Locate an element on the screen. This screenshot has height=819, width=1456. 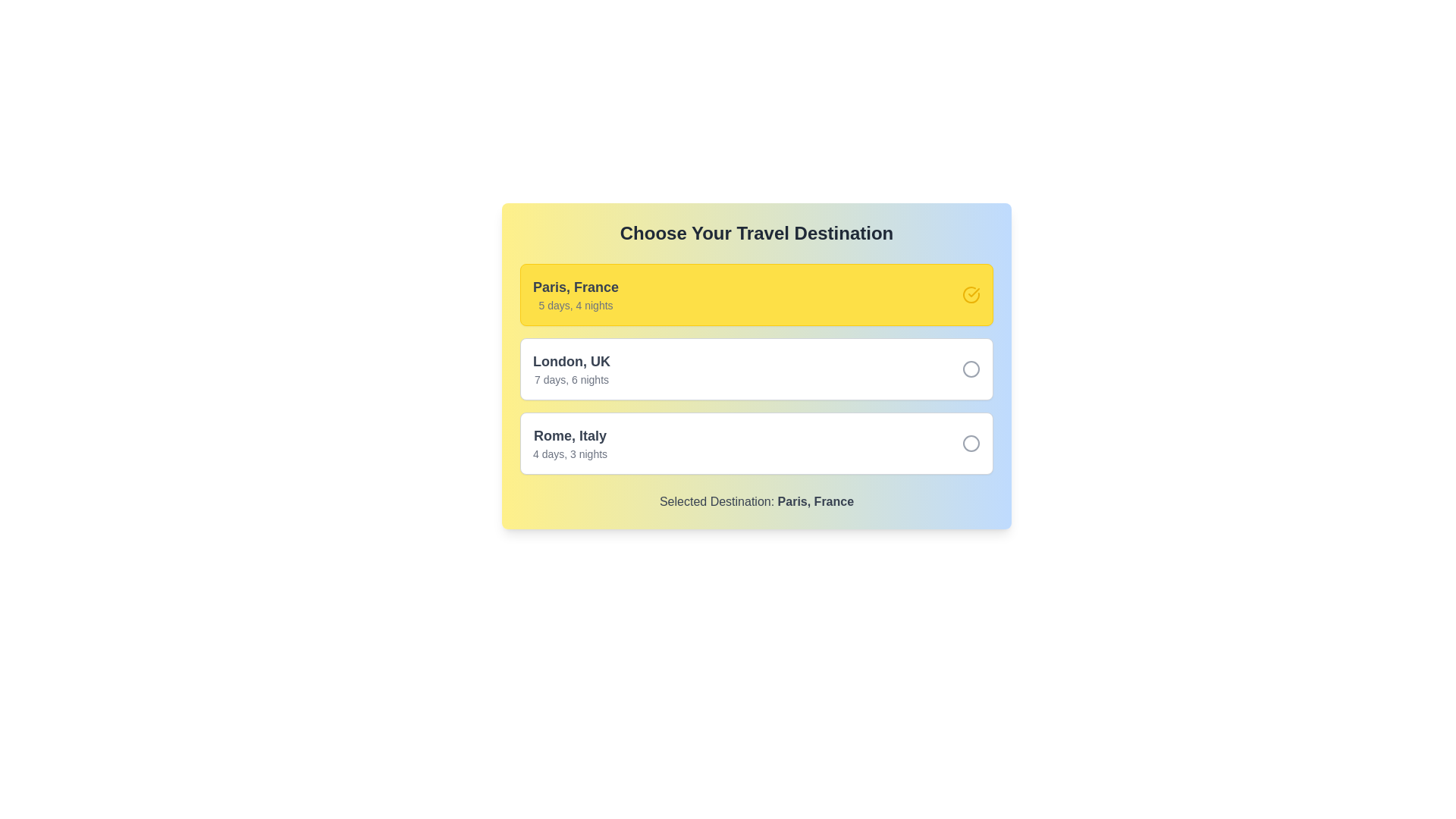
the text display component that provides information about the travel package to Paris, France is located at coordinates (575, 295).